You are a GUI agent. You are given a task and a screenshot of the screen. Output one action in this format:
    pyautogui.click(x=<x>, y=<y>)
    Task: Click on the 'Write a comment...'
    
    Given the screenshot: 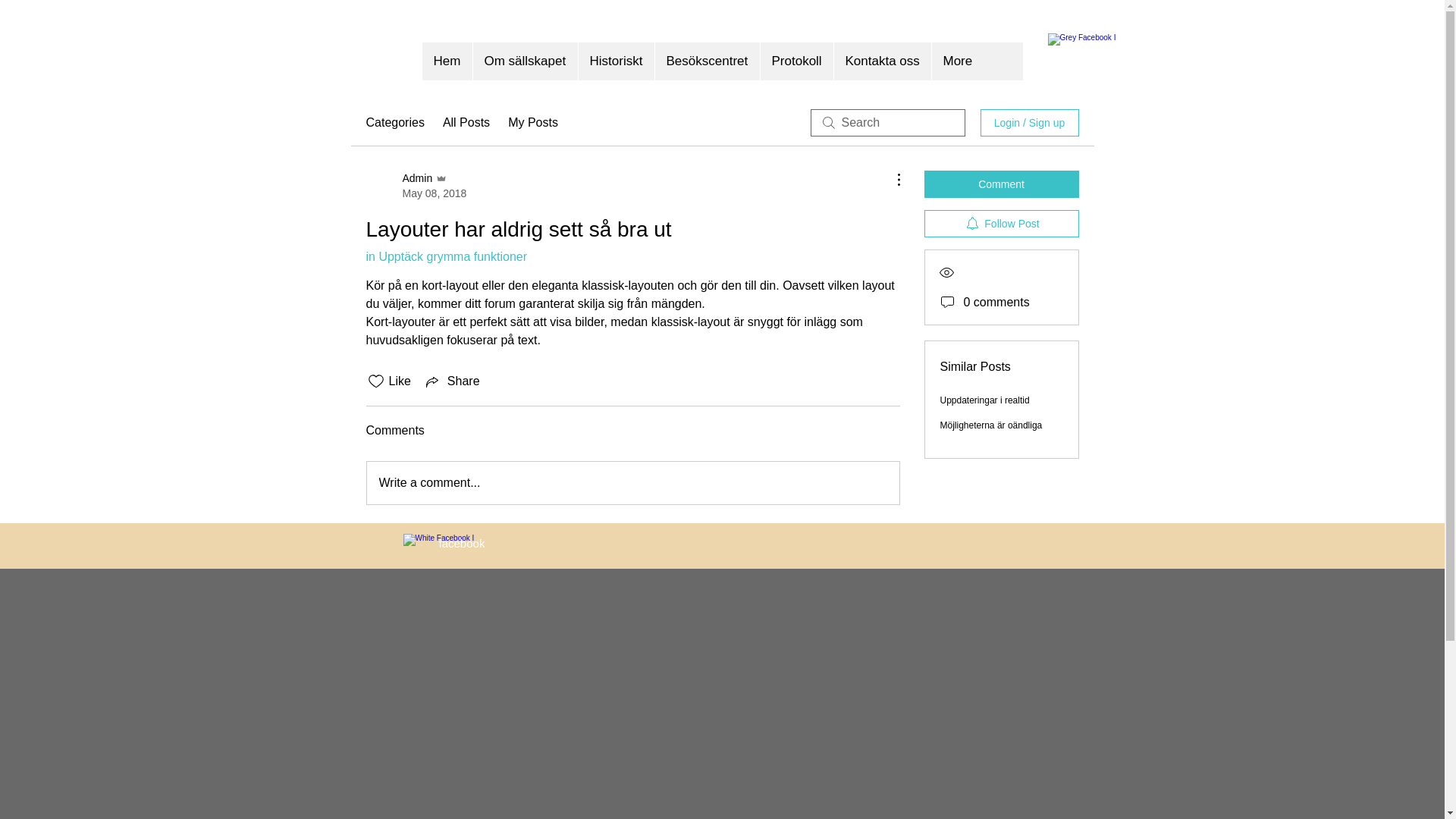 What is the action you would take?
    pyautogui.click(x=633, y=482)
    